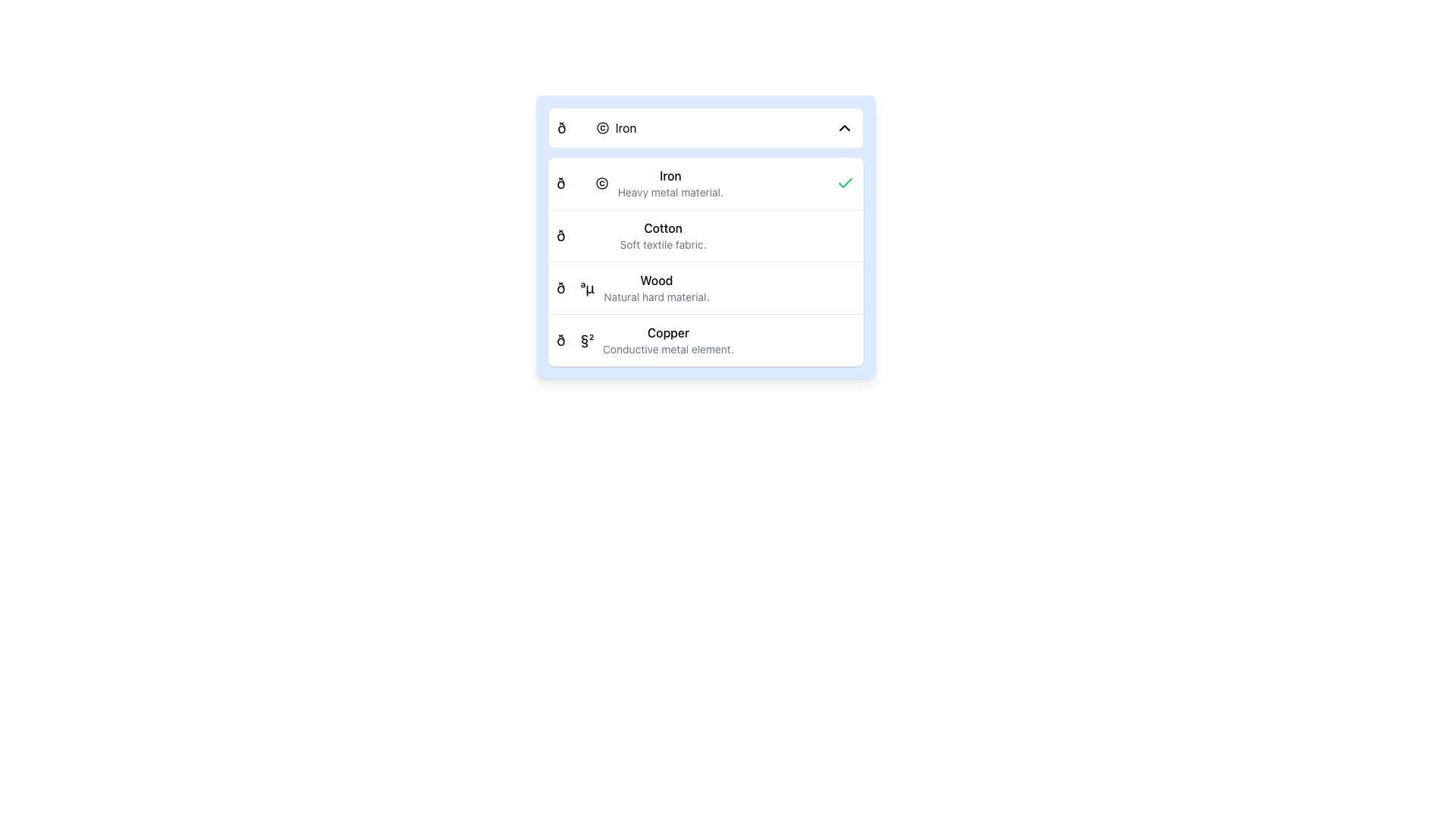  What do you see at coordinates (596, 127) in the screenshot?
I see `the first item in the dropdown menu which represents the option 'Iron'` at bounding box center [596, 127].